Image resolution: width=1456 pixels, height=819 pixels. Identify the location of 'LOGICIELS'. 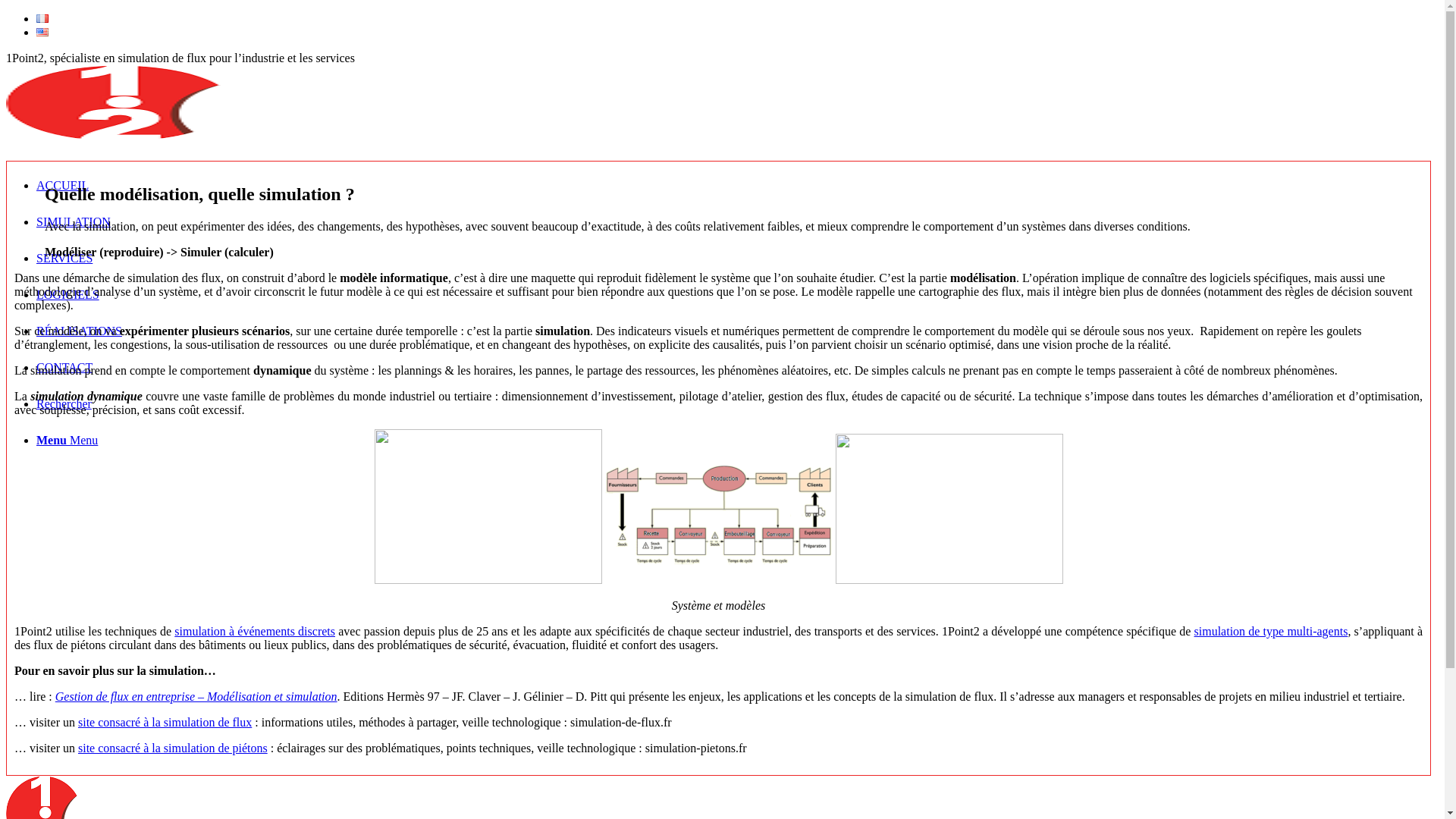
(67, 294).